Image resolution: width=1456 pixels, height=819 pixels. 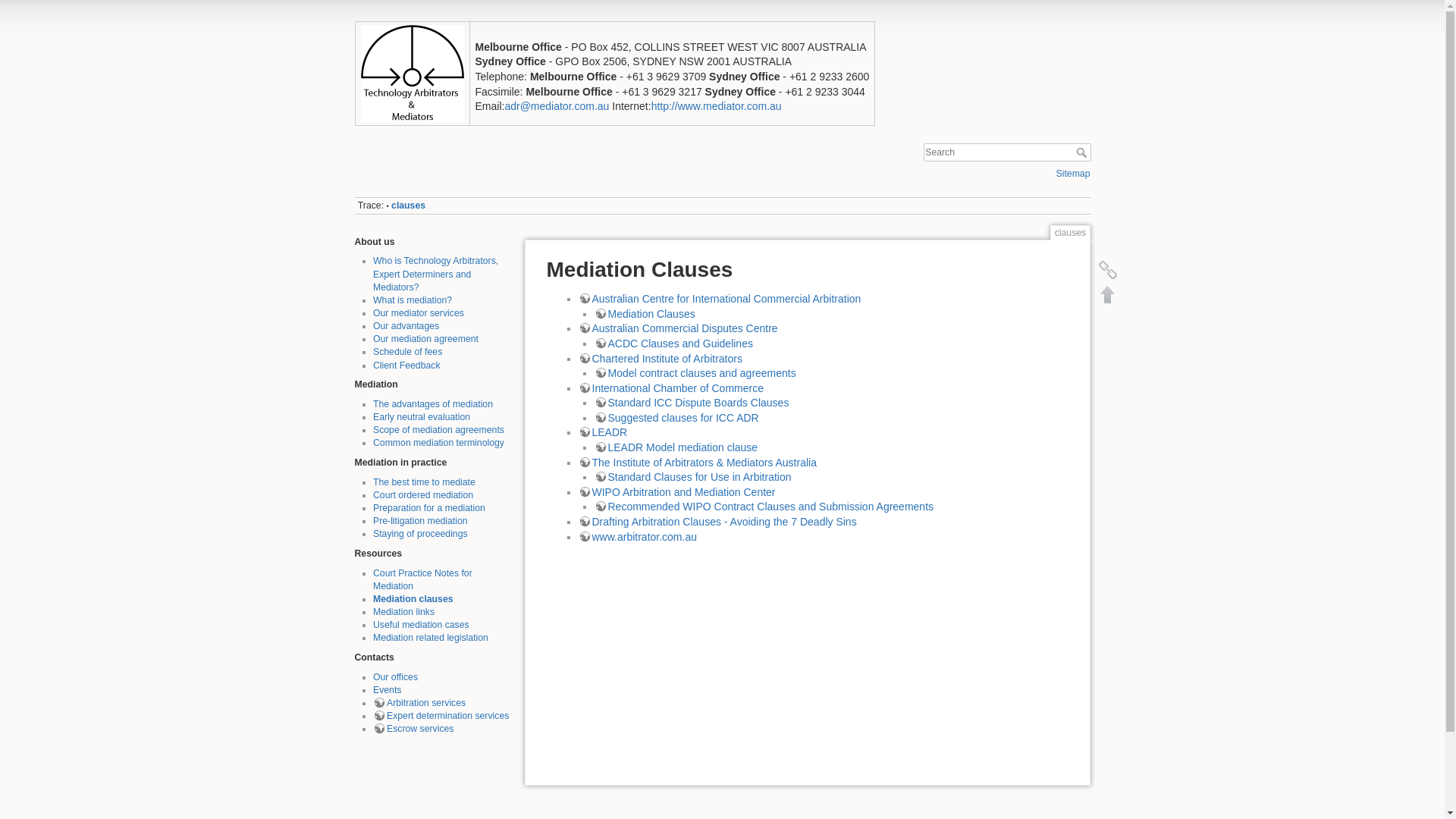 I want to click on 'Our mediation agreement', so click(x=425, y=338).